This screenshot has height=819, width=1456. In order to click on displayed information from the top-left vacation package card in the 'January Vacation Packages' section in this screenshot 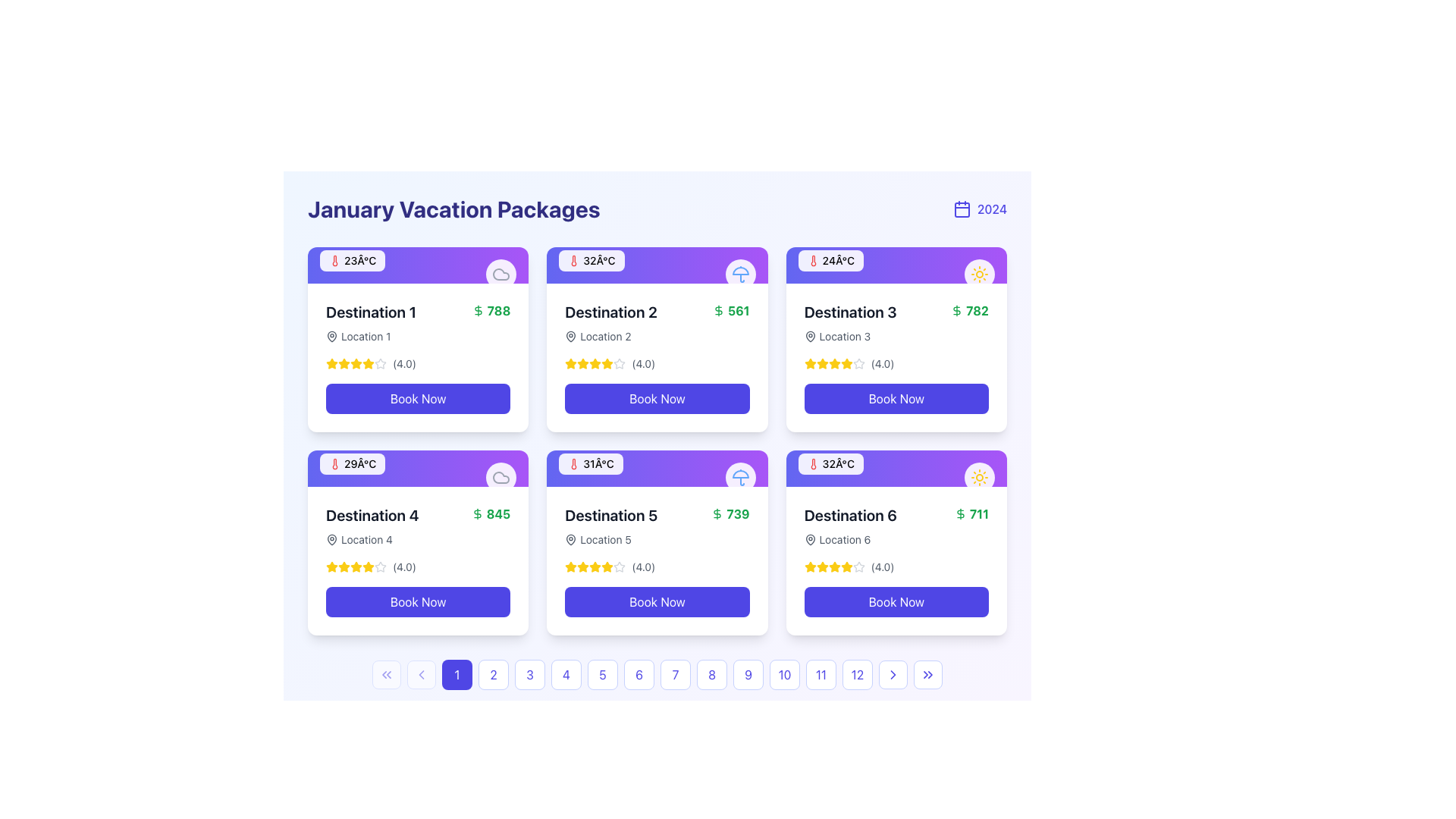, I will do `click(418, 338)`.